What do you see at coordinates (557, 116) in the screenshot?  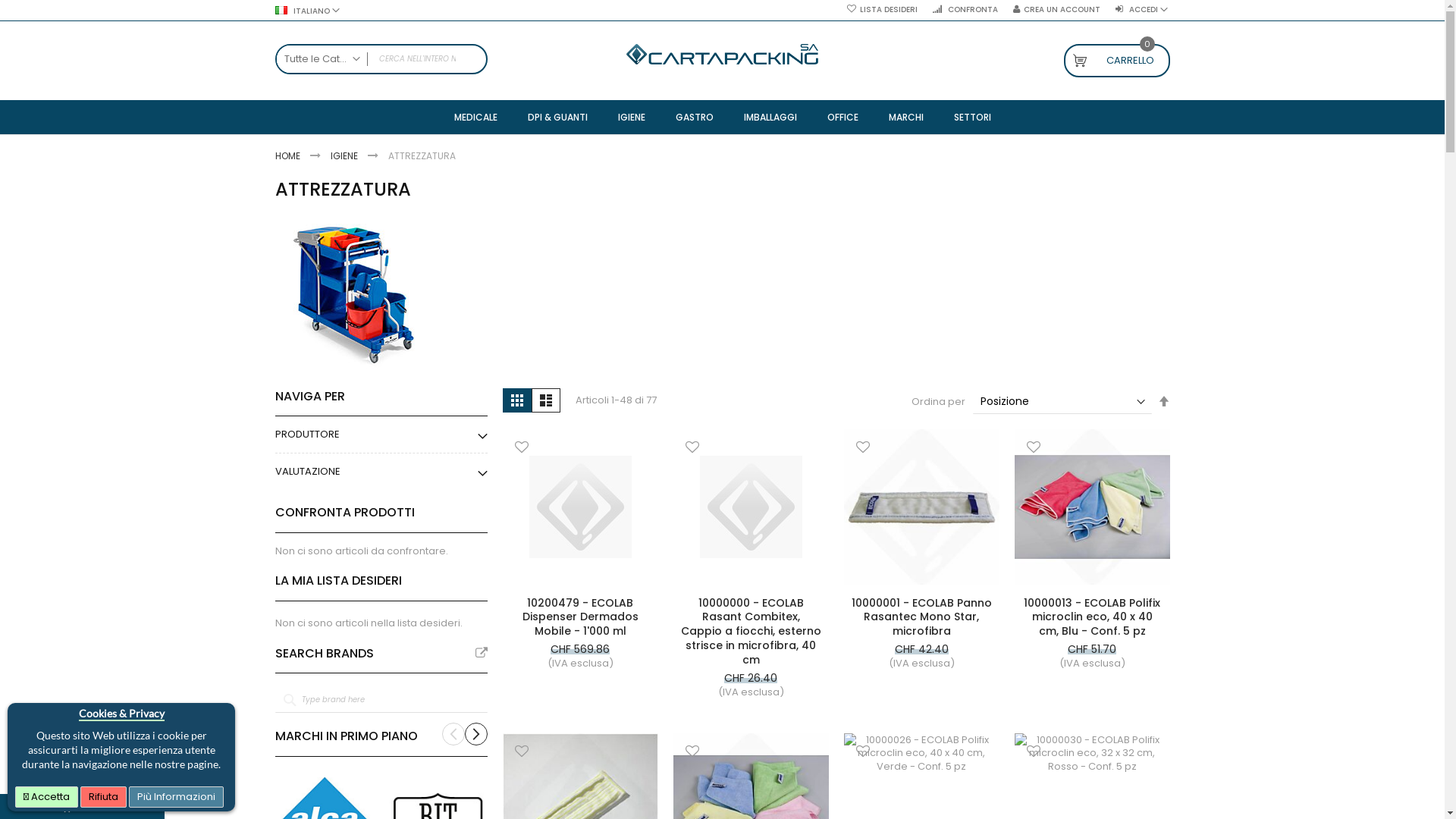 I see `'DPI & GUANTI'` at bounding box center [557, 116].